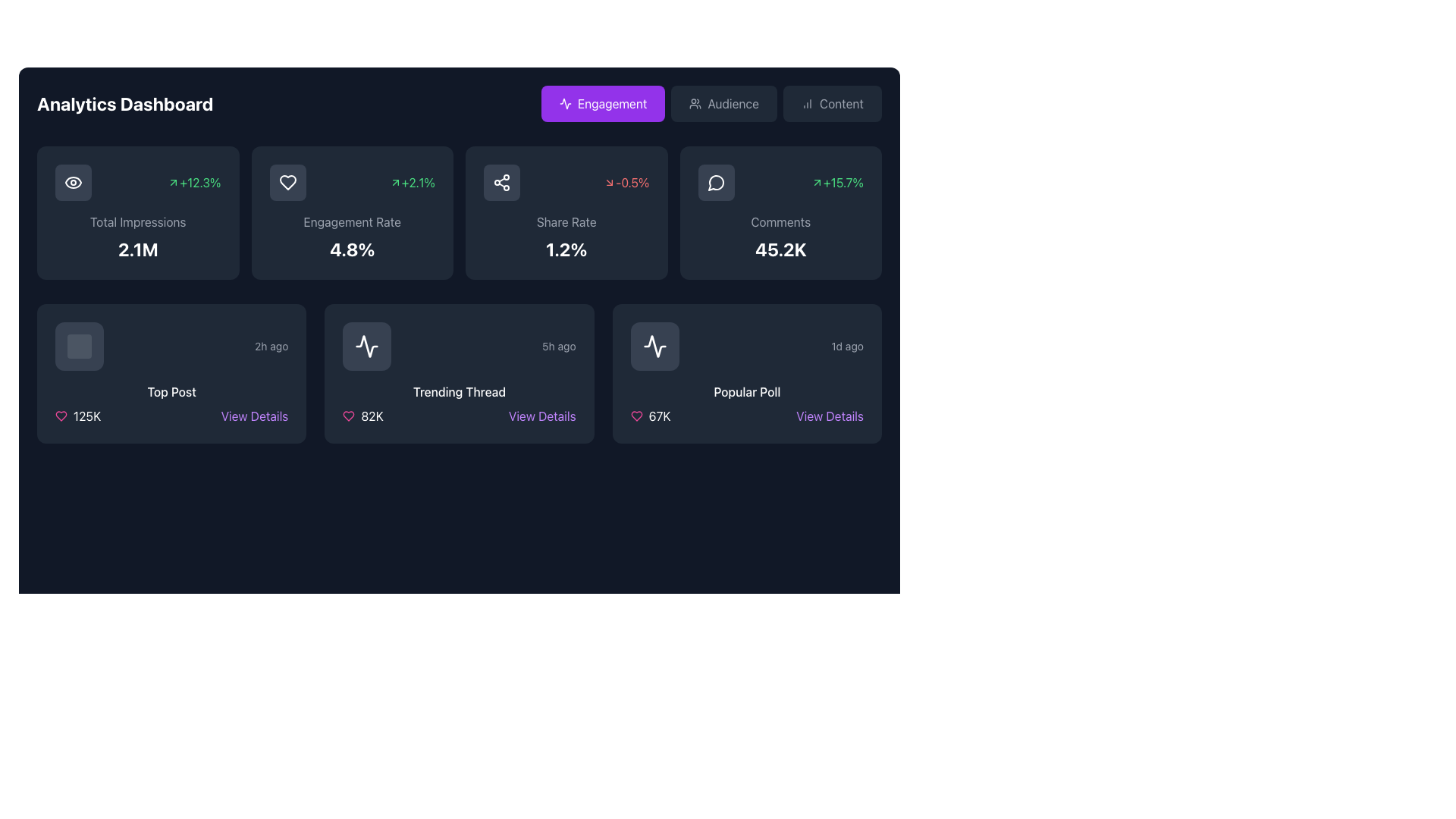 This screenshot has height=819, width=1456. What do you see at coordinates (626, 181) in the screenshot?
I see `the displayed negative percentage change value ('-0.5%') in the top-right area of the 'Share Rate' card, adjacent to the '1.2%' text element` at bounding box center [626, 181].